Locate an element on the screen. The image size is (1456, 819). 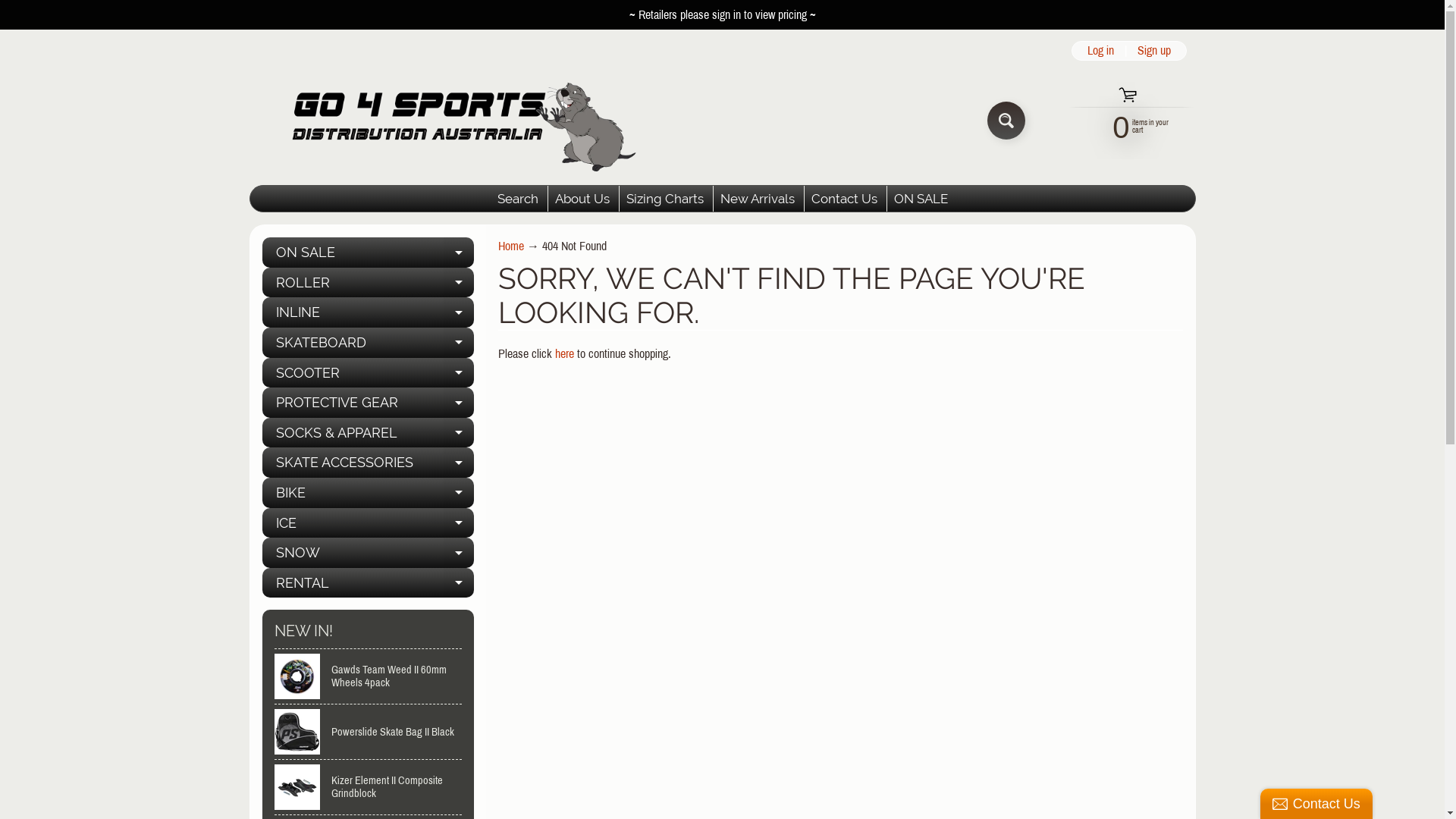
'SOCKS & APPAREL is located at coordinates (262, 432).